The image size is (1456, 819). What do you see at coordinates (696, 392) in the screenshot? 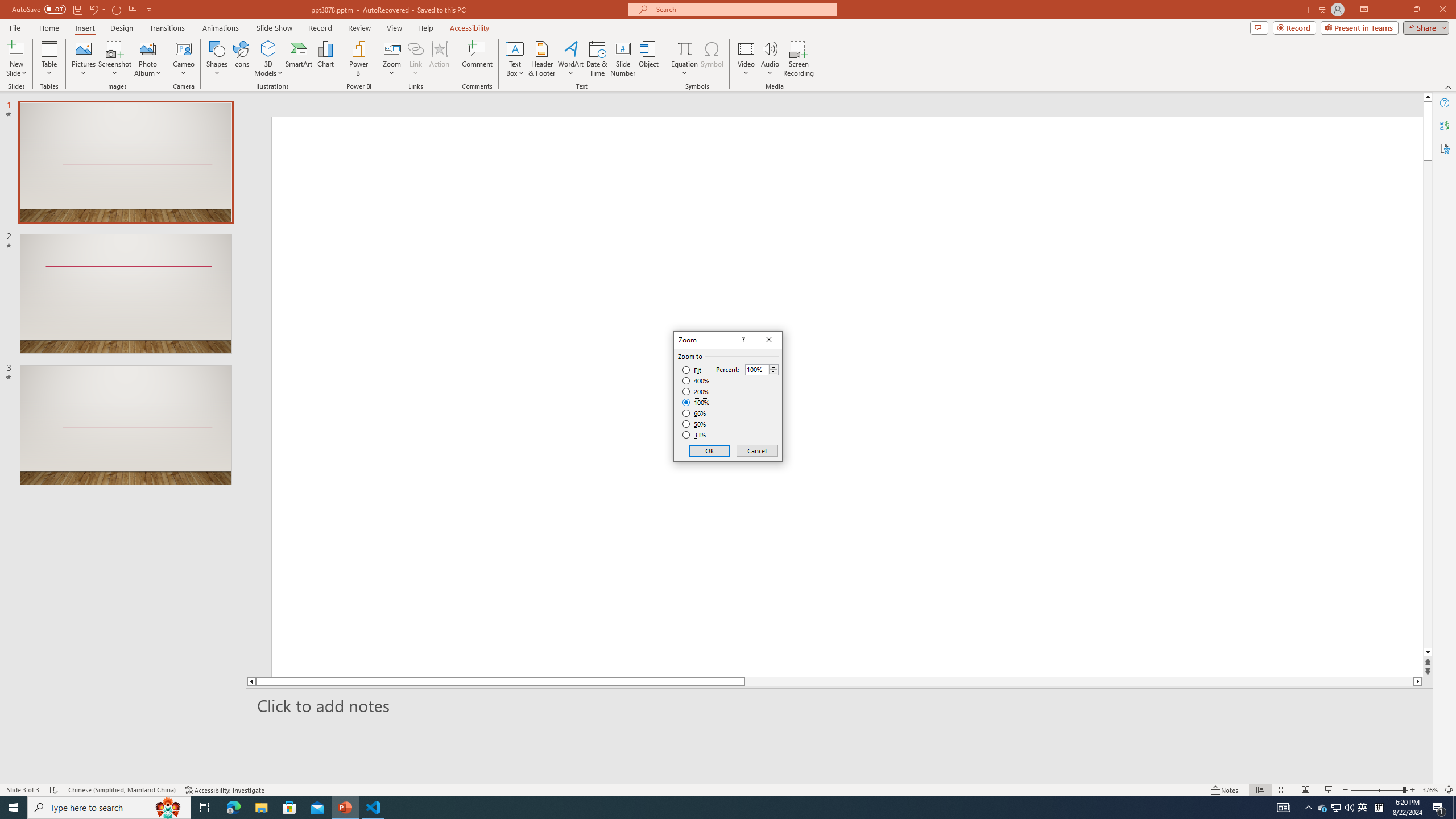
I see `'200%'` at bounding box center [696, 392].